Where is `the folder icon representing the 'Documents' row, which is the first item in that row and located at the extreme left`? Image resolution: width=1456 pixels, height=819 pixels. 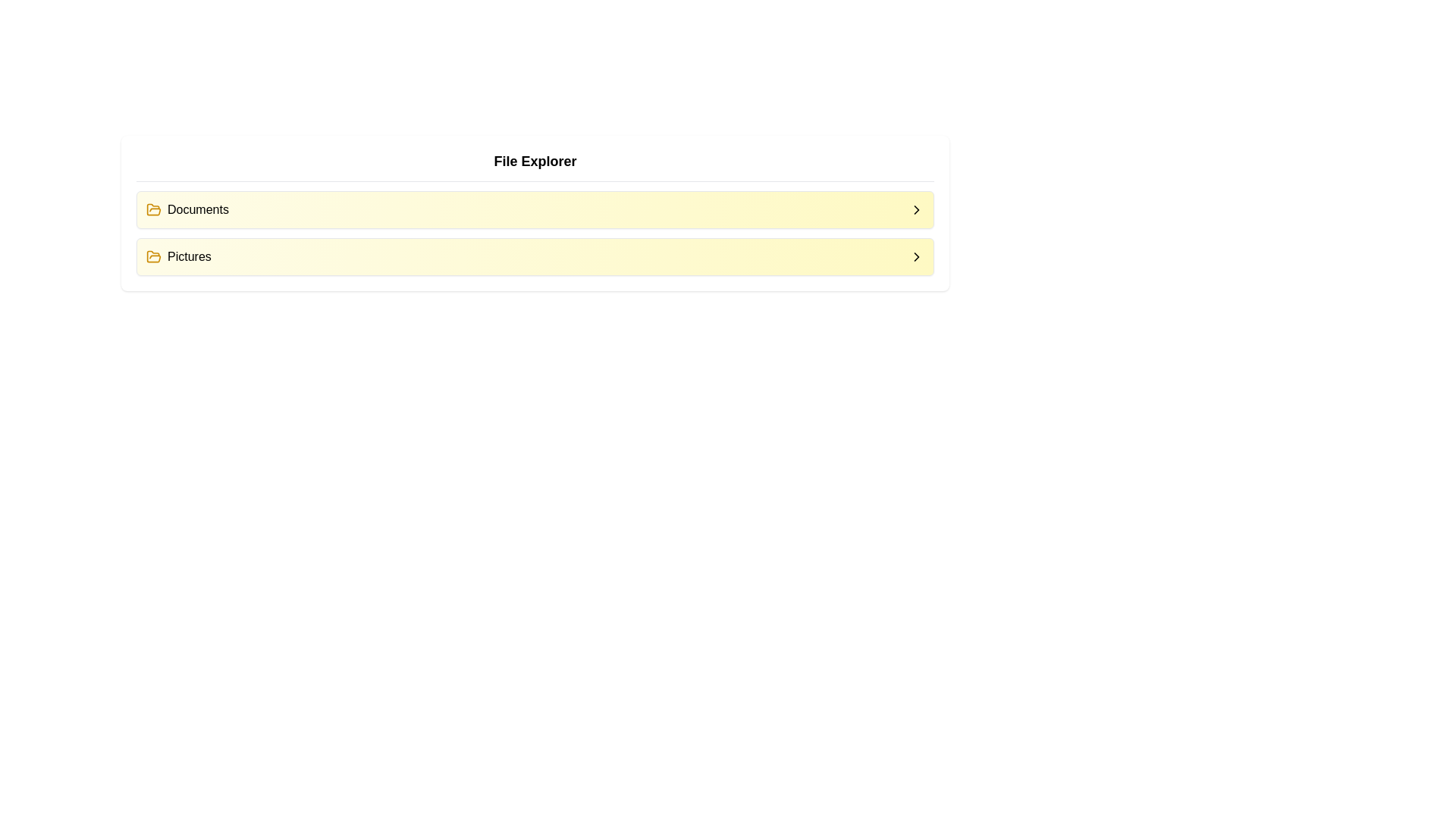 the folder icon representing the 'Documents' row, which is the first item in that row and located at the extreme left is located at coordinates (153, 210).